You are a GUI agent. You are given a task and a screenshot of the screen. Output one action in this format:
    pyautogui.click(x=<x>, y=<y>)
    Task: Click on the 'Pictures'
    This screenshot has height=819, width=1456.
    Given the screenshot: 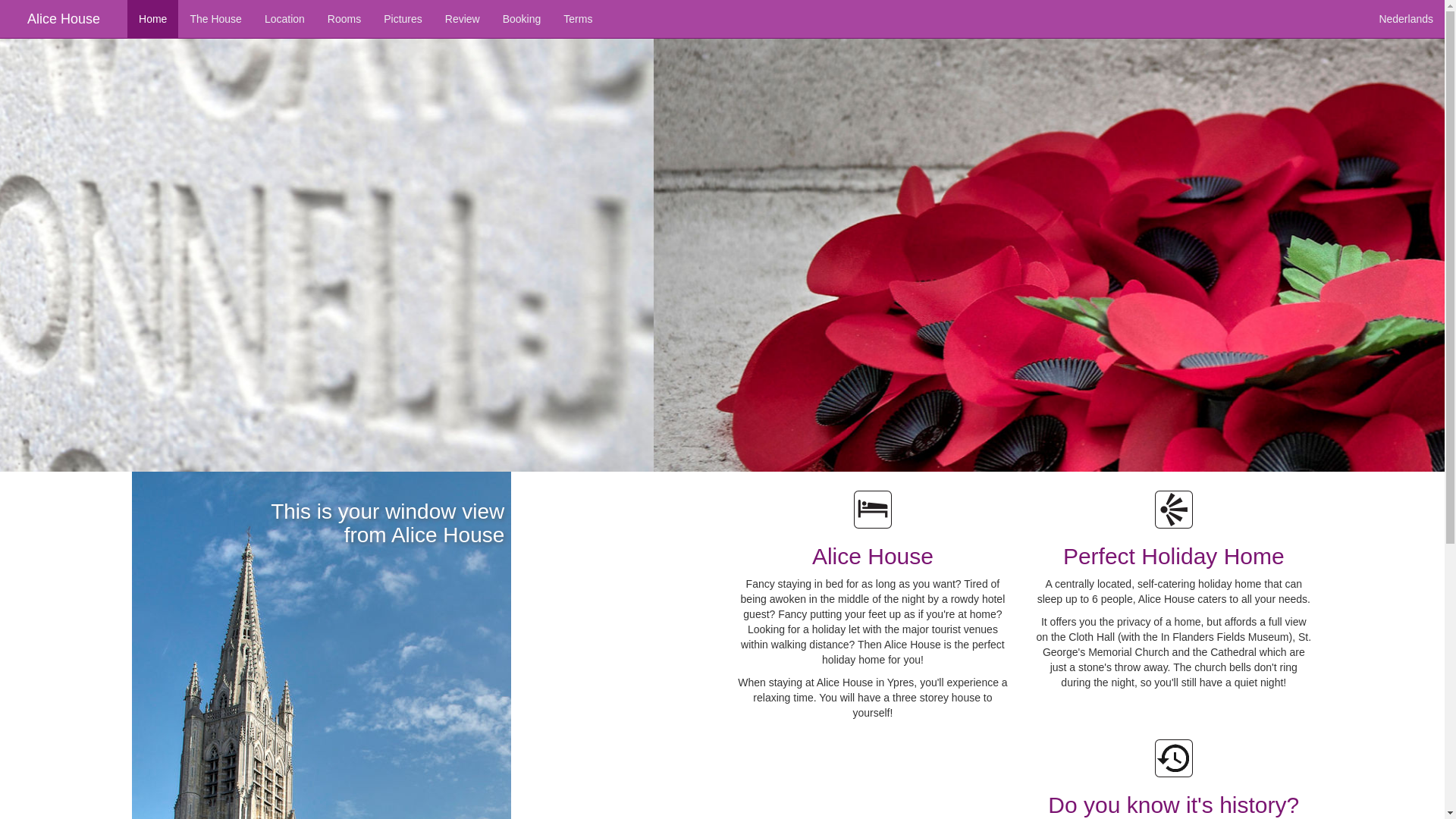 What is the action you would take?
    pyautogui.click(x=403, y=18)
    